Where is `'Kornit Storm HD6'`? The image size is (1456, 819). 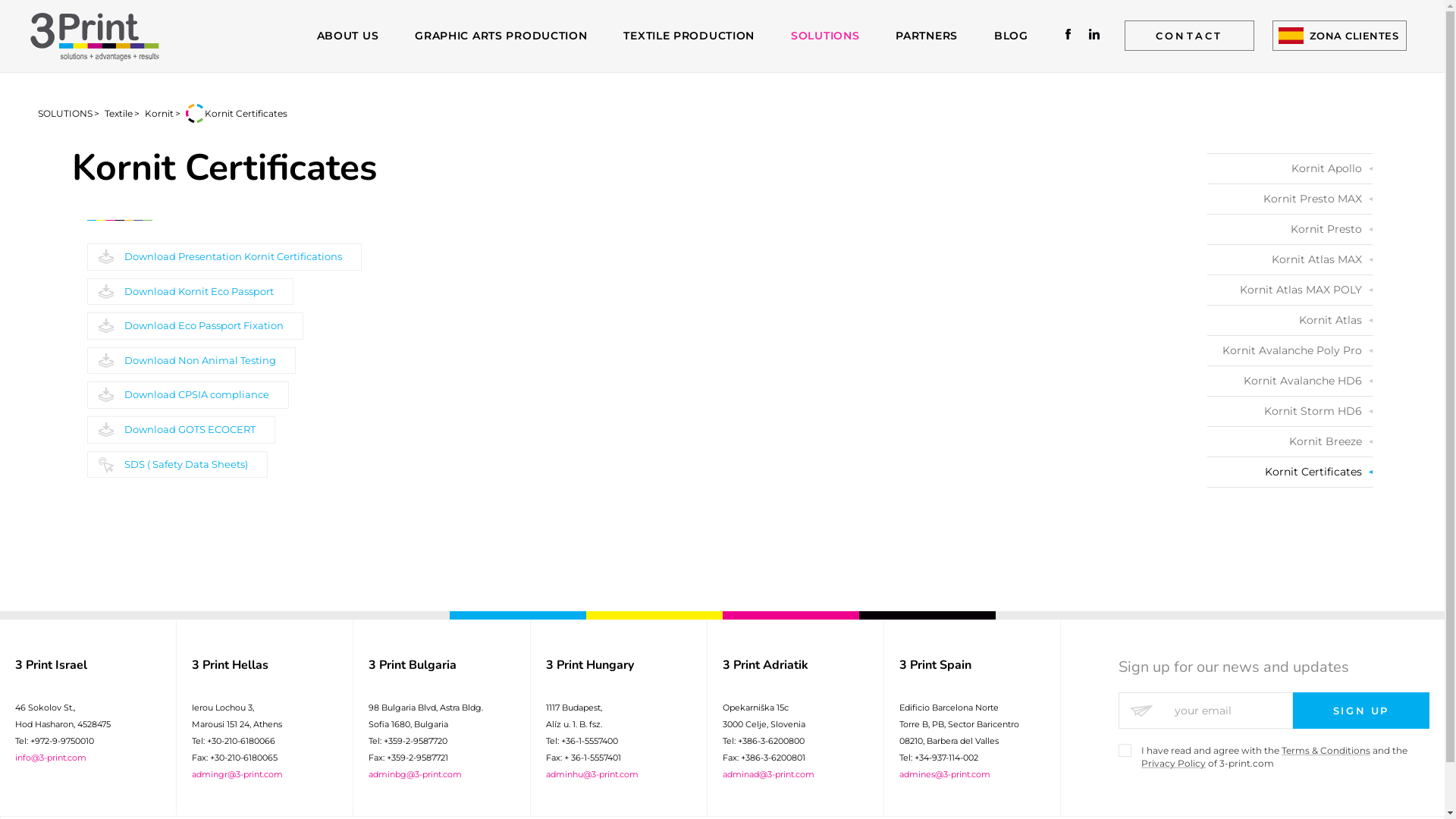 'Kornit Storm HD6' is located at coordinates (1288, 411).